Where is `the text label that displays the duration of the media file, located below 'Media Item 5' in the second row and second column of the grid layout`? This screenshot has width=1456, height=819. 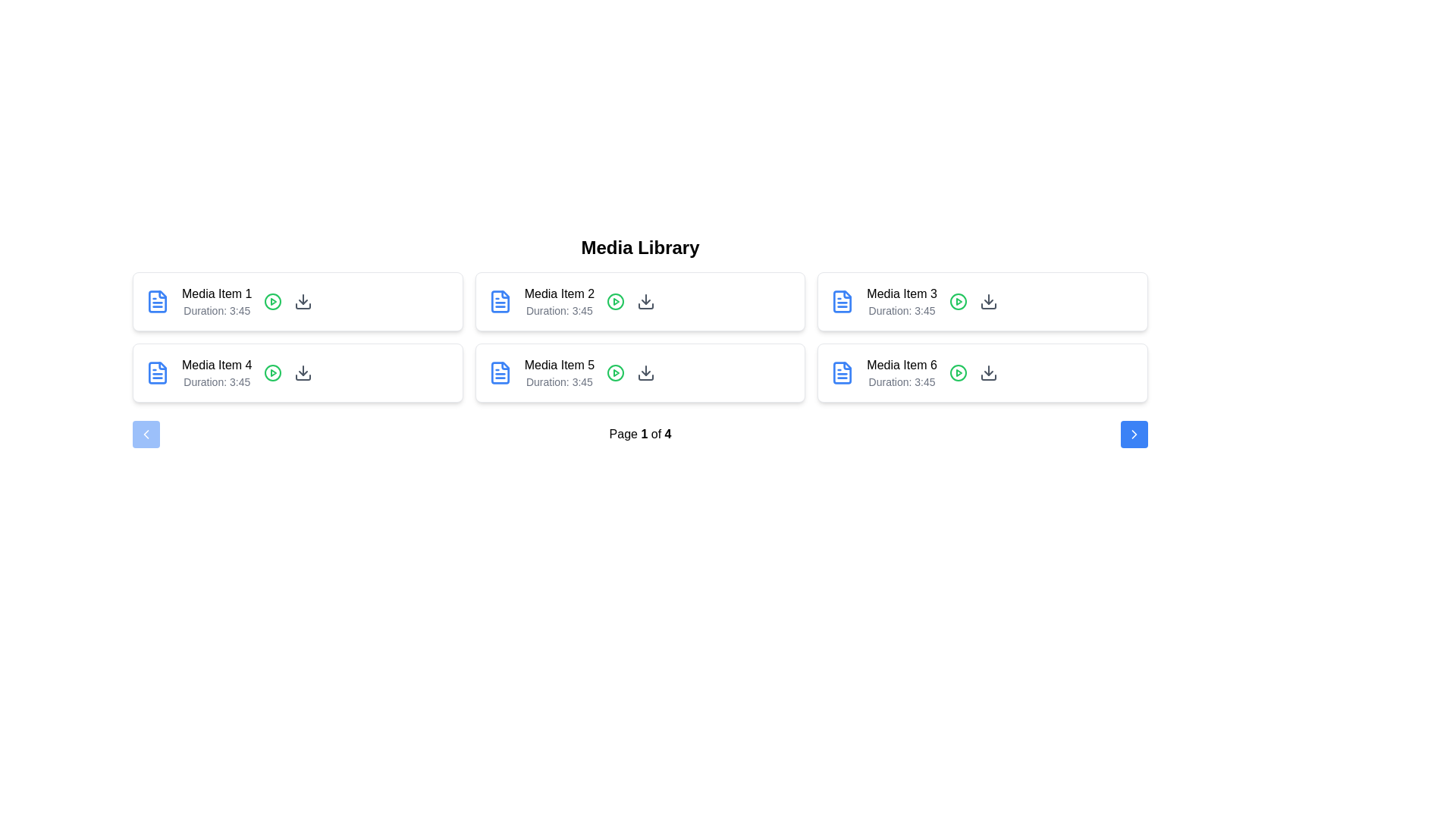 the text label that displays the duration of the media file, located below 'Media Item 5' in the second row and second column of the grid layout is located at coordinates (558, 381).